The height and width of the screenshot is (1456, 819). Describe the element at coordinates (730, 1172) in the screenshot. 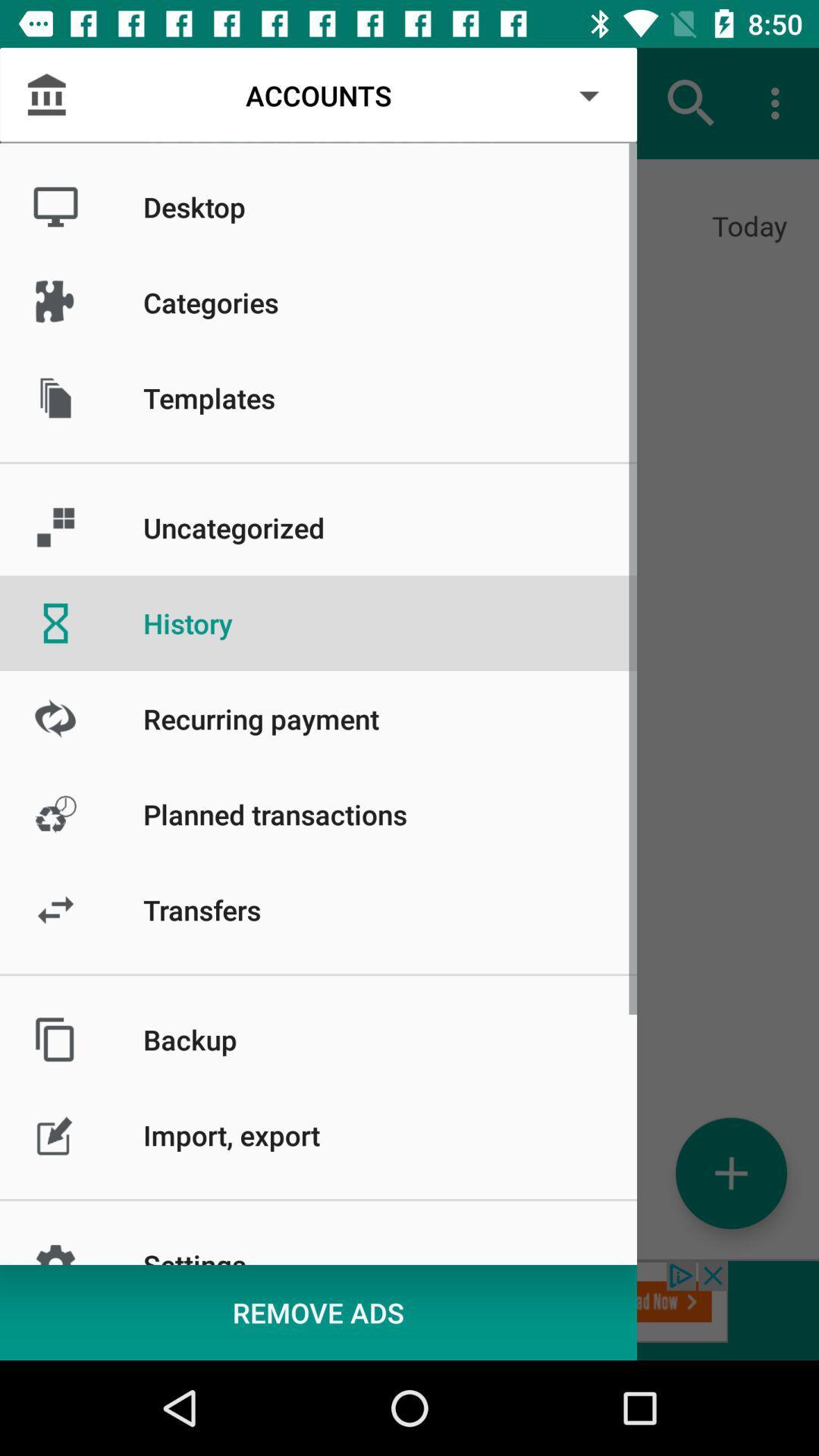

I see `the add icon` at that location.